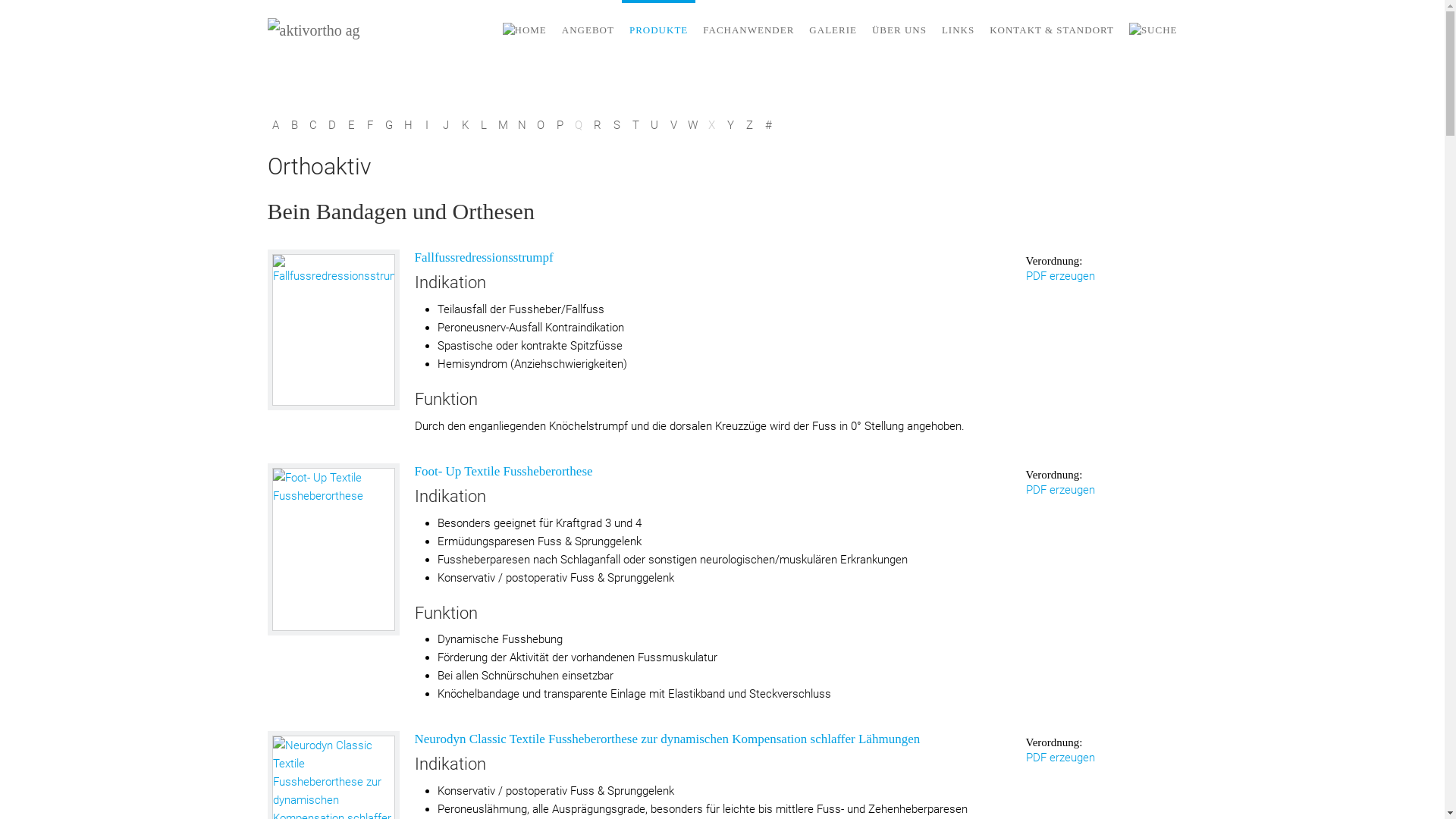 This screenshot has height=819, width=1456. Describe the element at coordinates (502, 124) in the screenshot. I see `'M'` at that location.